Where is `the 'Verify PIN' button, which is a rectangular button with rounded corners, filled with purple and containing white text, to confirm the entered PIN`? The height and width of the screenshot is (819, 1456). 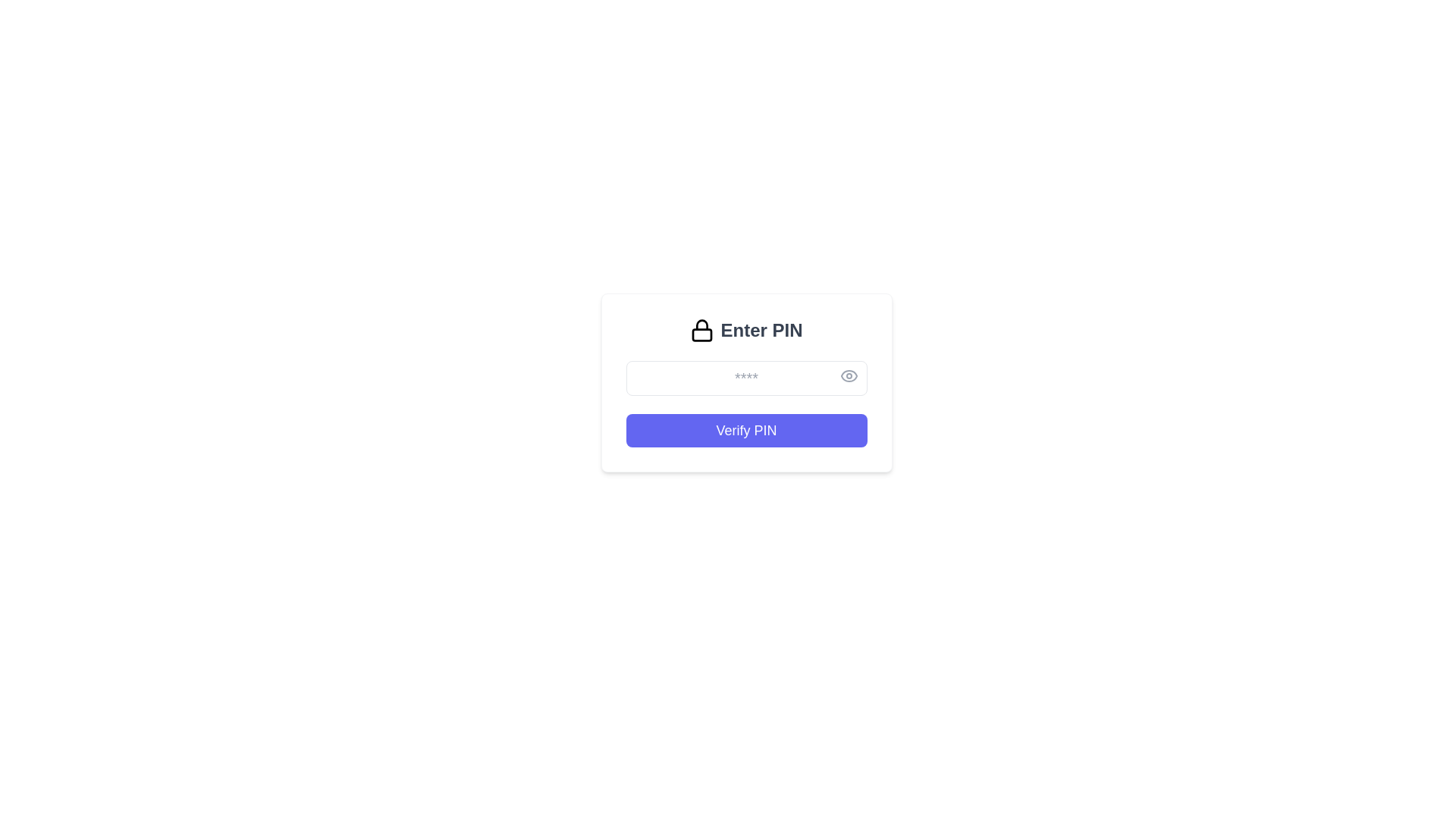
the 'Verify PIN' button, which is a rectangular button with rounded corners, filled with purple and containing white text, to confirm the entered PIN is located at coordinates (746, 430).